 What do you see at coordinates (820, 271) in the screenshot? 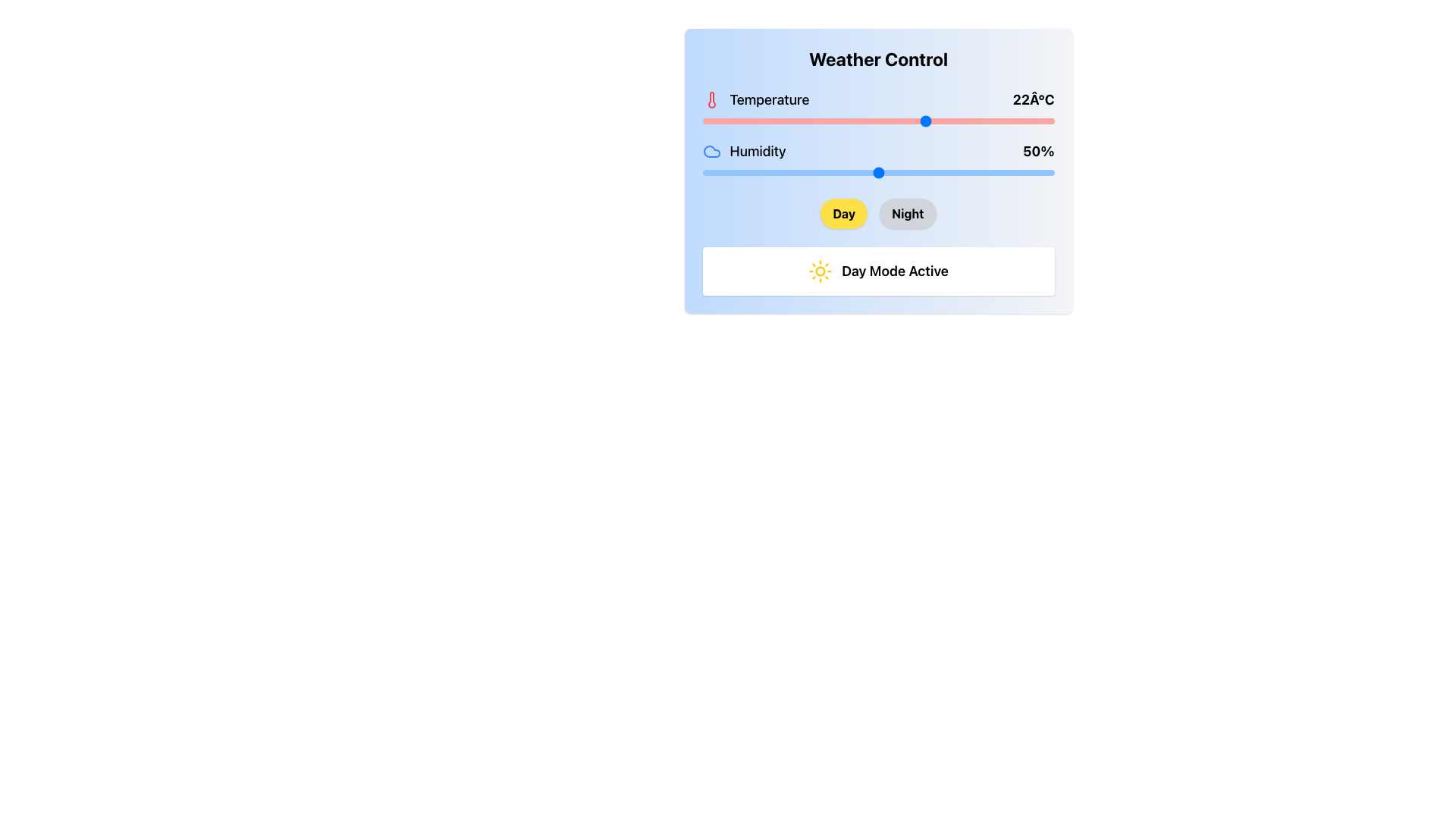
I see `the sun icon component that represents day mode activation, located beside the text 'Day Mode Active' in the 'Weather Control' panel` at bounding box center [820, 271].